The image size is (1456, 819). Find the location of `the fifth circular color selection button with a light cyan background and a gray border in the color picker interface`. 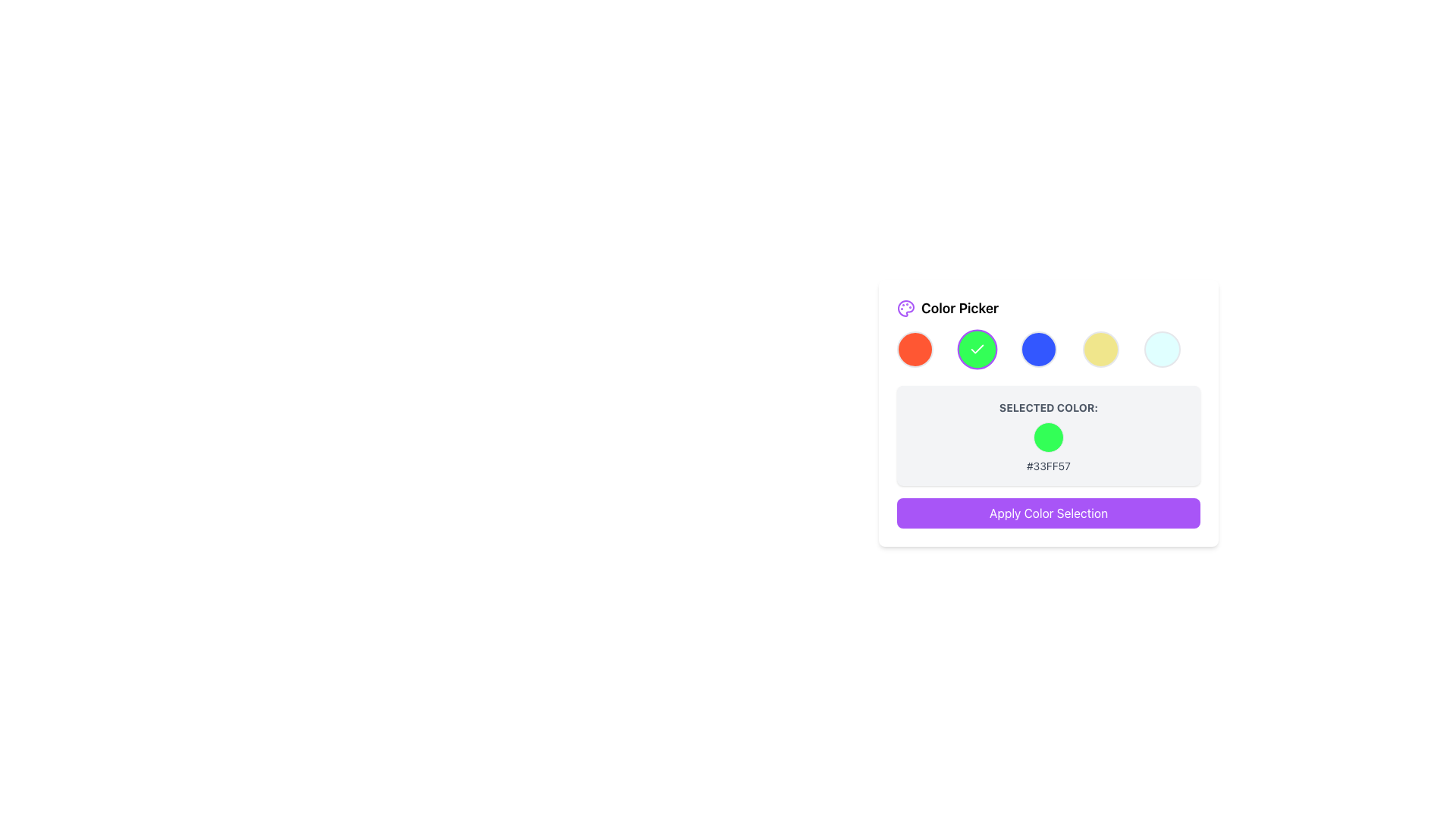

the fifth circular color selection button with a light cyan background and a gray border in the color picker interface is located at coordinates (1162, 350).